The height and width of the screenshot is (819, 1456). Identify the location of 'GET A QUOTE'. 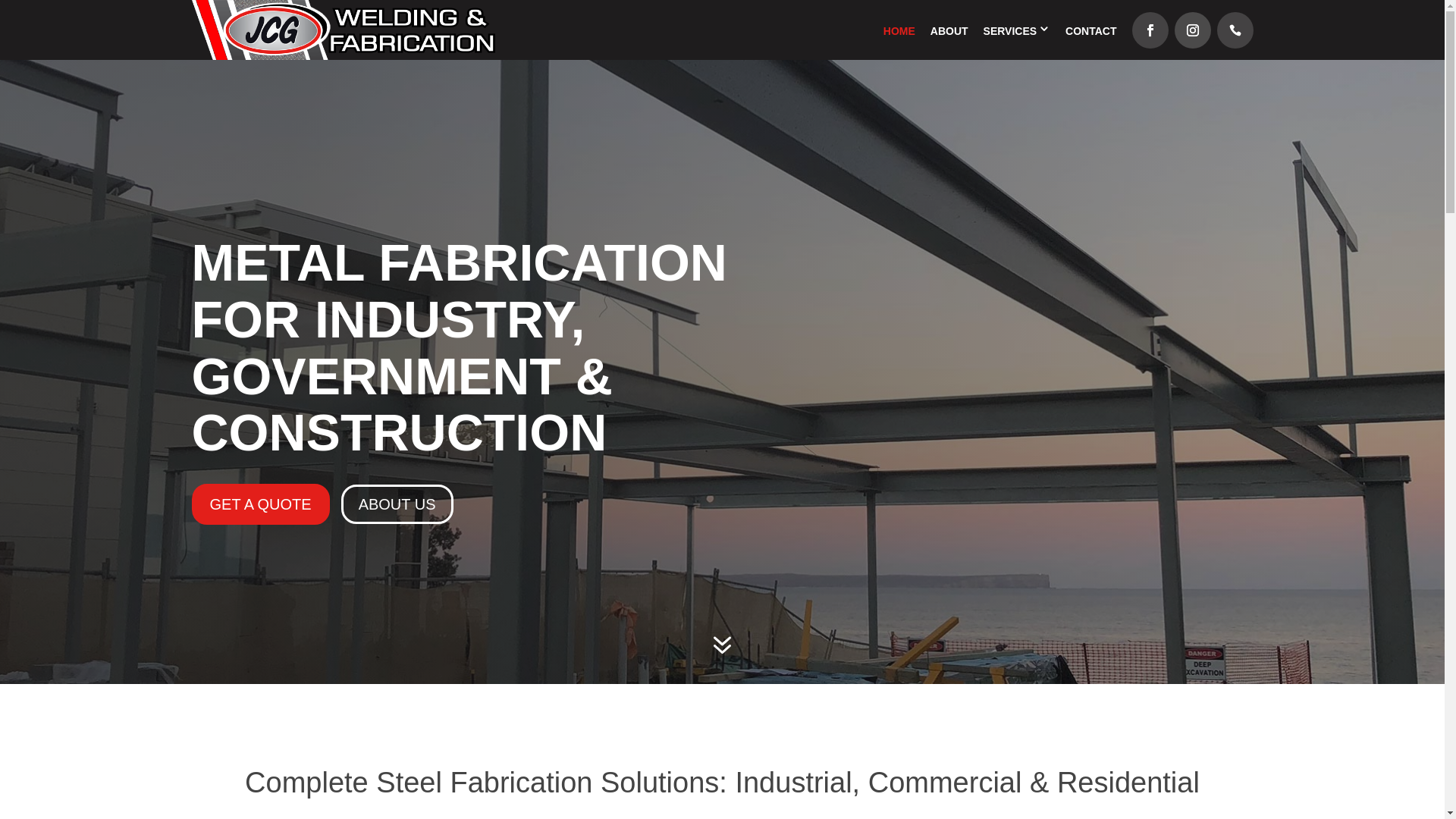
(259, 504).